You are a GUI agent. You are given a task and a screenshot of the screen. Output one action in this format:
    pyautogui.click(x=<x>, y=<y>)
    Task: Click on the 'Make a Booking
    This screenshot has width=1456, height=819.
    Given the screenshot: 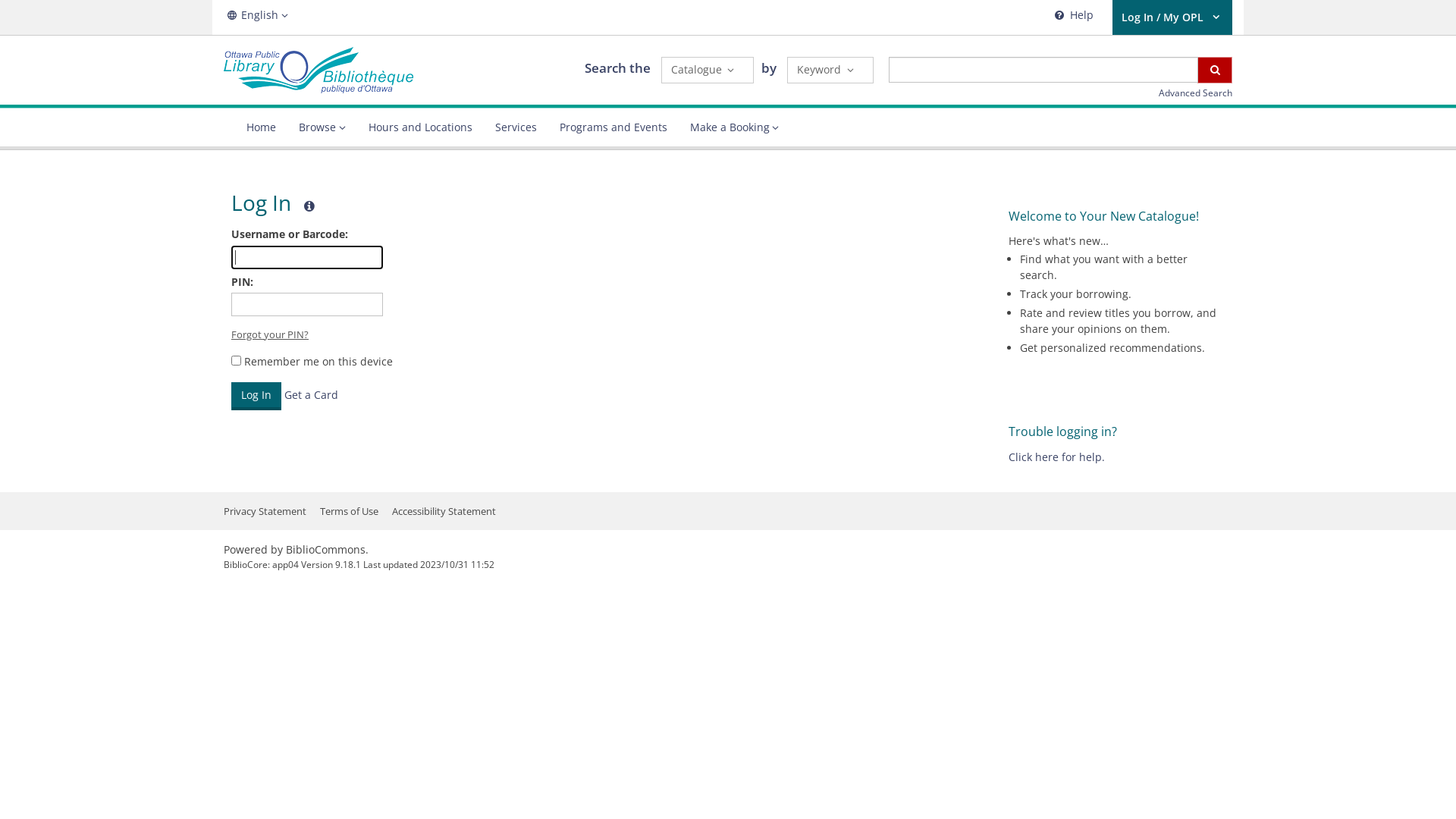 What is the action you would take?
    pyautogui.click(x=734, y=127)
    